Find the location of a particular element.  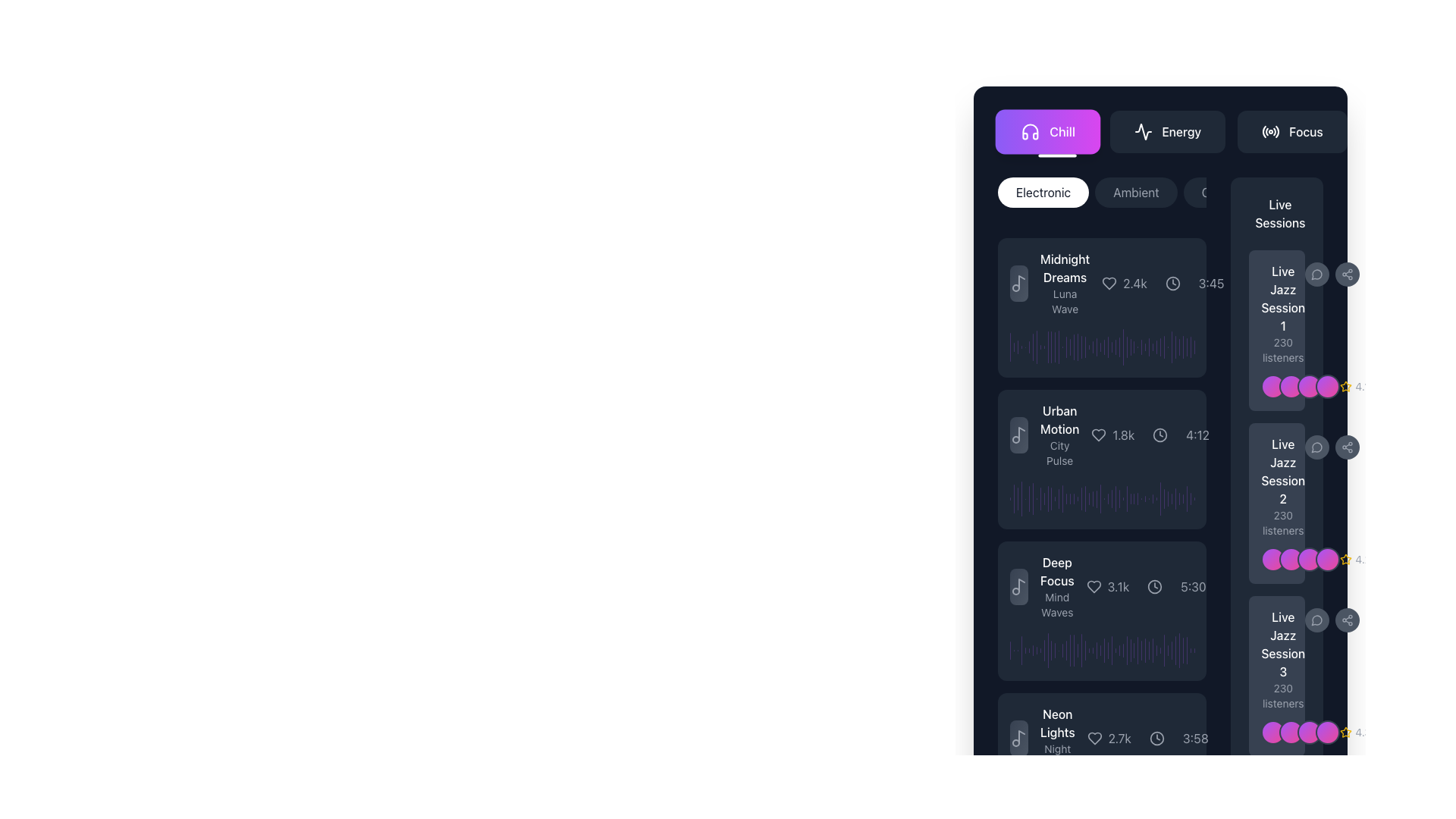

the 31st vertical purple bar in the bar chart that visually represents a quantitative value is located at coordinates (1163, 801).